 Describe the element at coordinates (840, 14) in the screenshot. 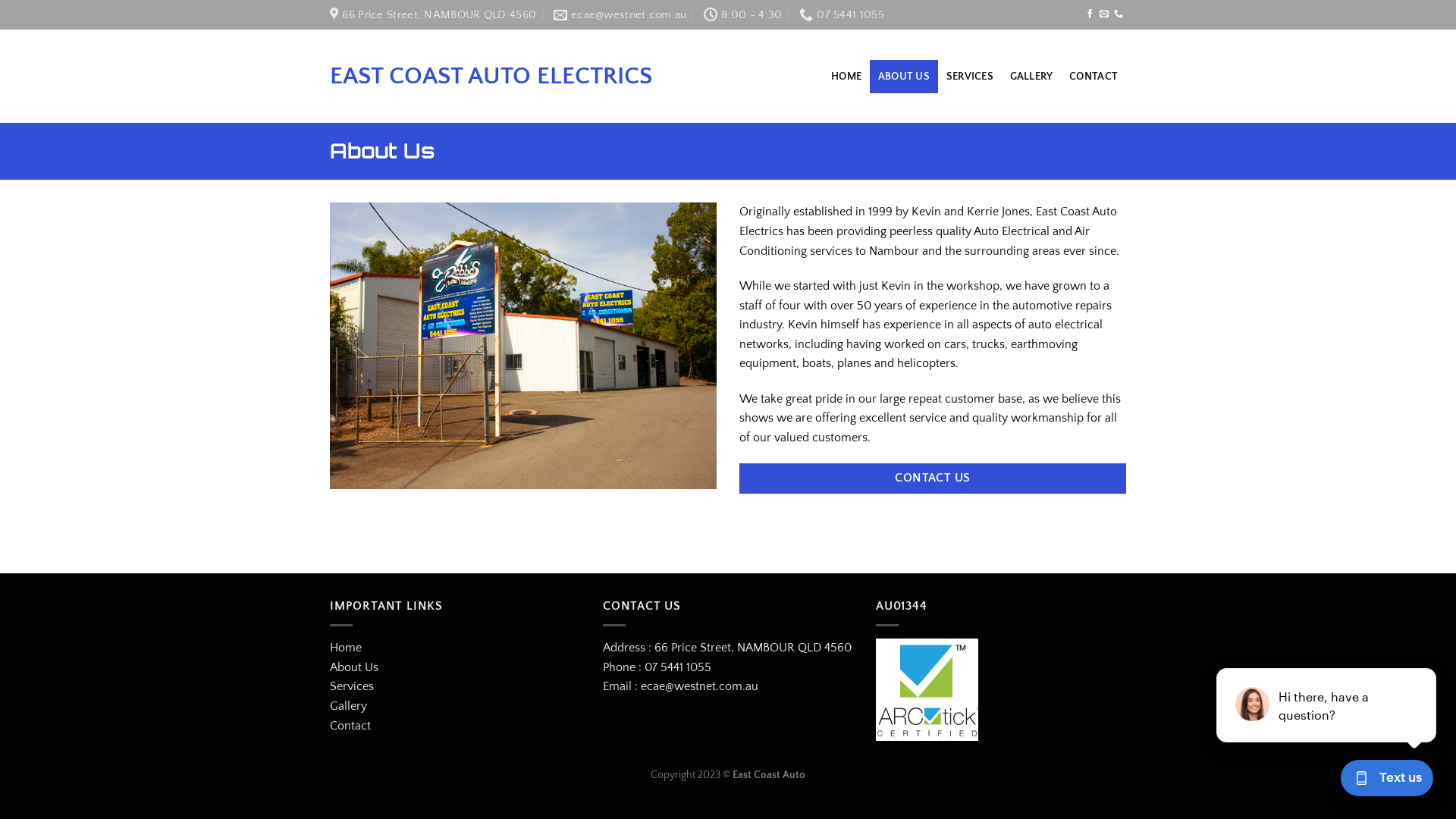

I see `'07 5441 1055'` at that location.